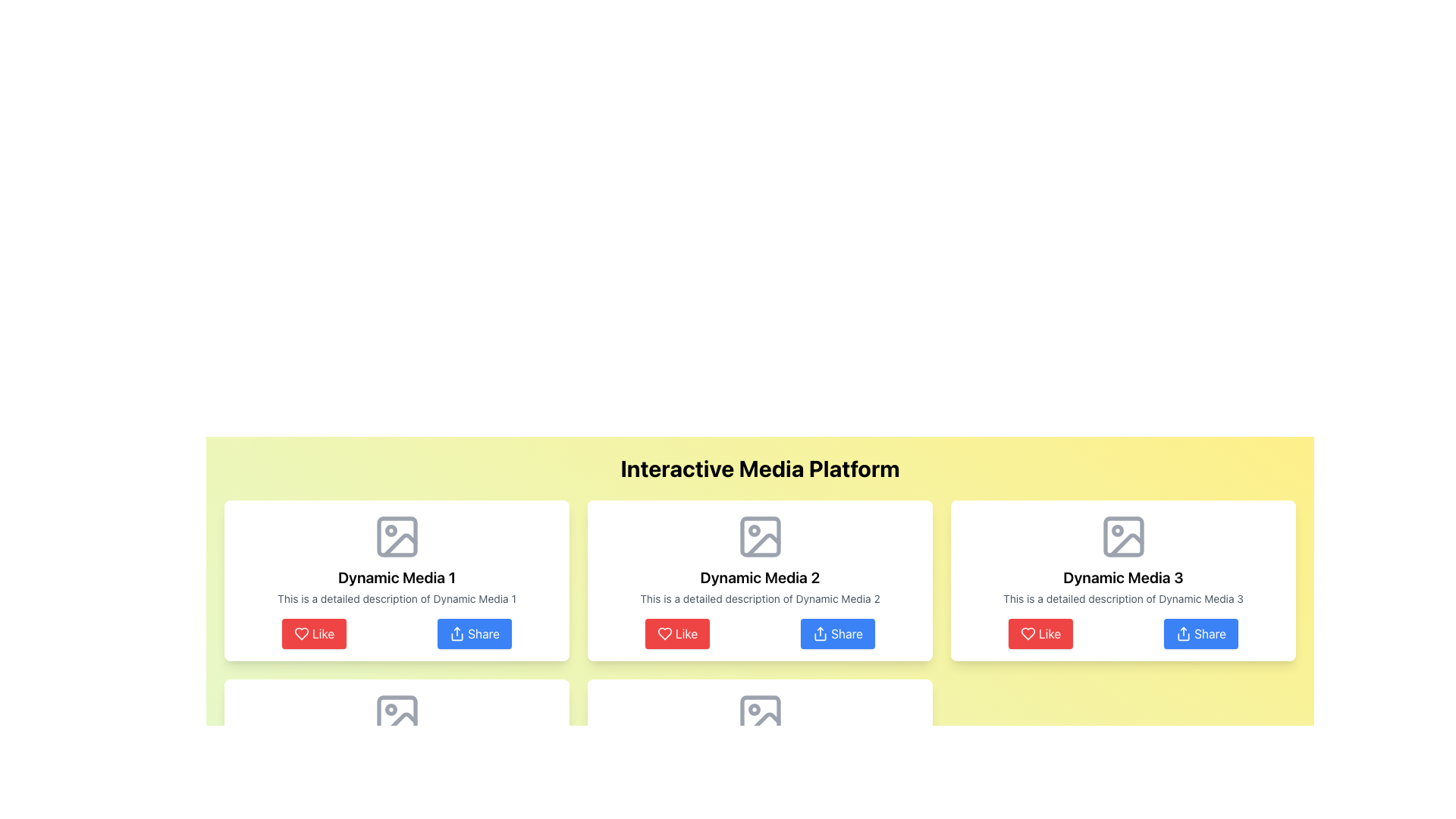 The height and width of the screenshot is (819, 1456). Describe the element at coordinates (665, 634) in the screenshot. I see `the red heart-shaped icon within the 'Like' button located below the card titled 'Dynamic Media 2'` at that location.